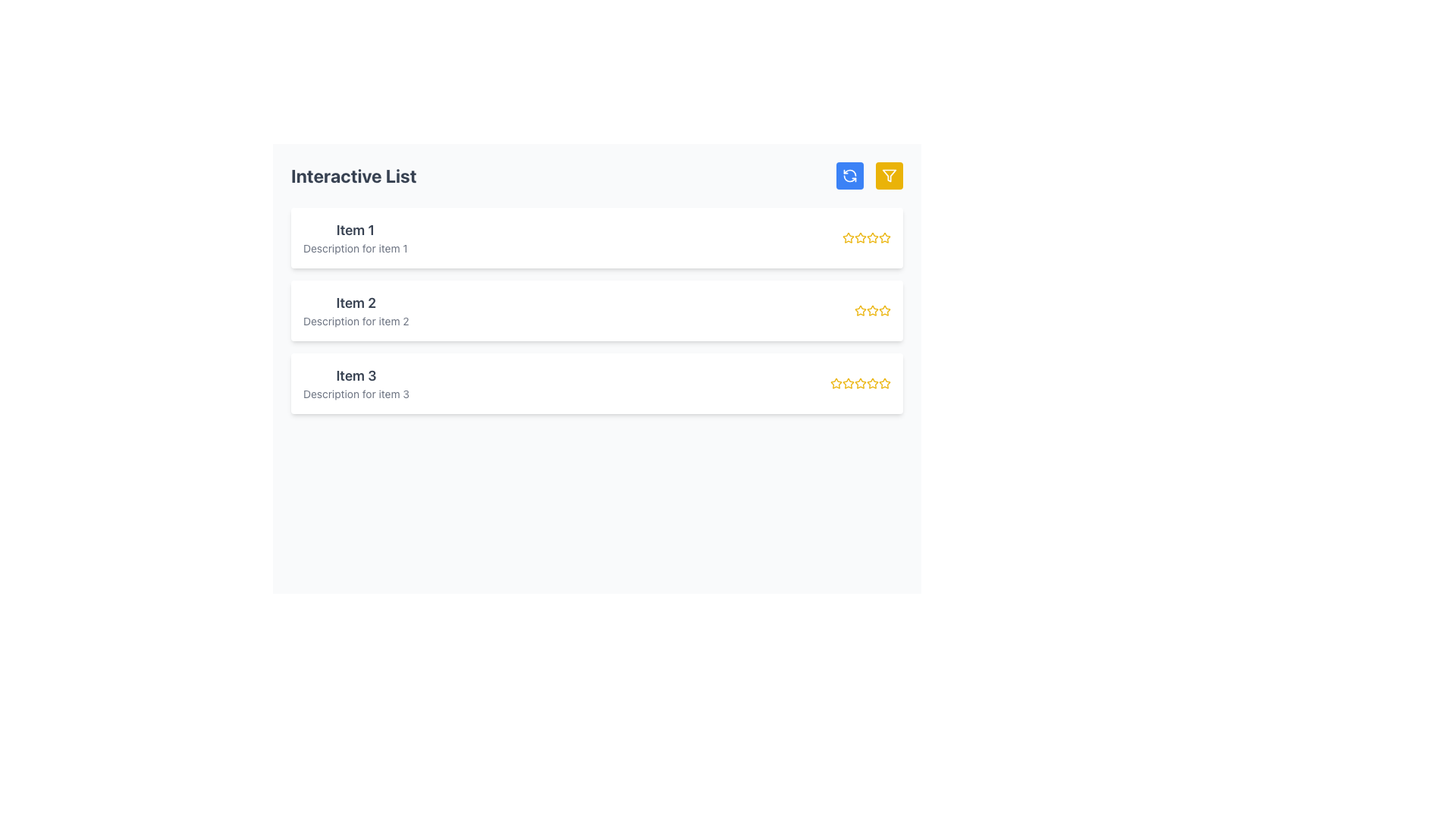 The height and width of the screenshot is (819, 1456). I want to click on the lower right part of the refresh icon, which is styled in a minimalistic outline, to trigger the refresh functionality, so click(850, 177).